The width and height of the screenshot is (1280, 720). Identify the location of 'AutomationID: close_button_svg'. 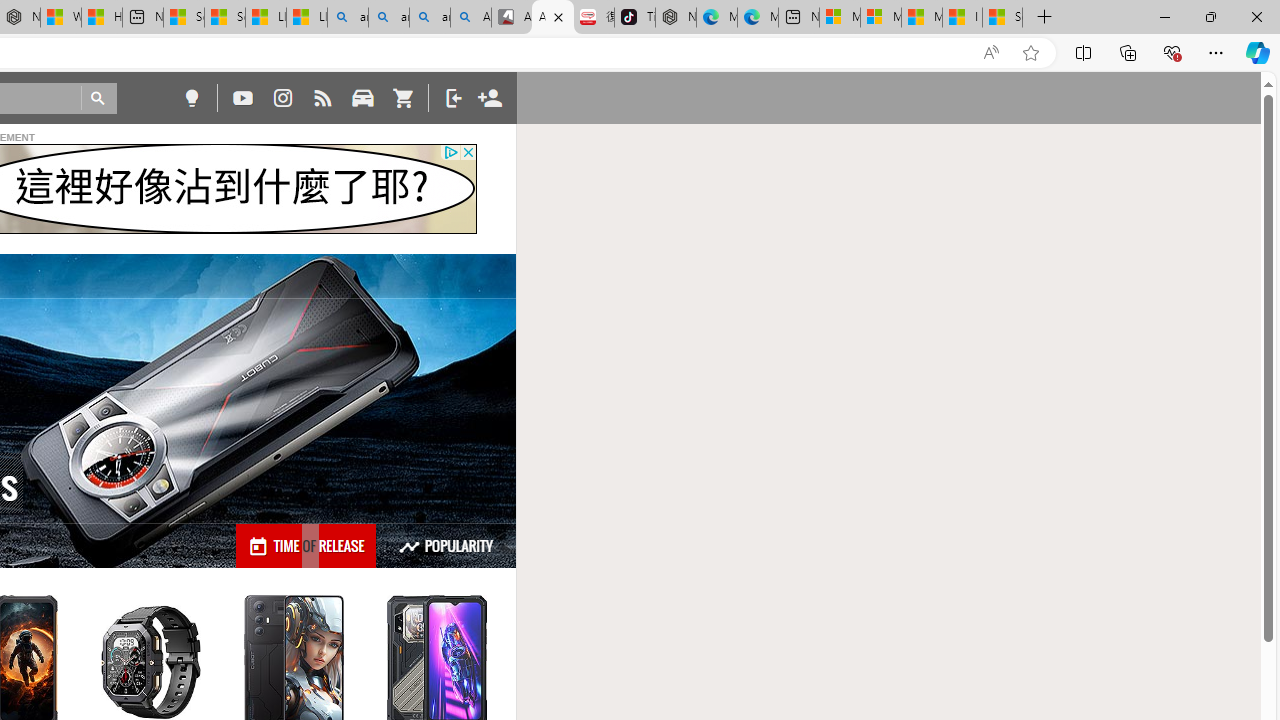
(467, 151).